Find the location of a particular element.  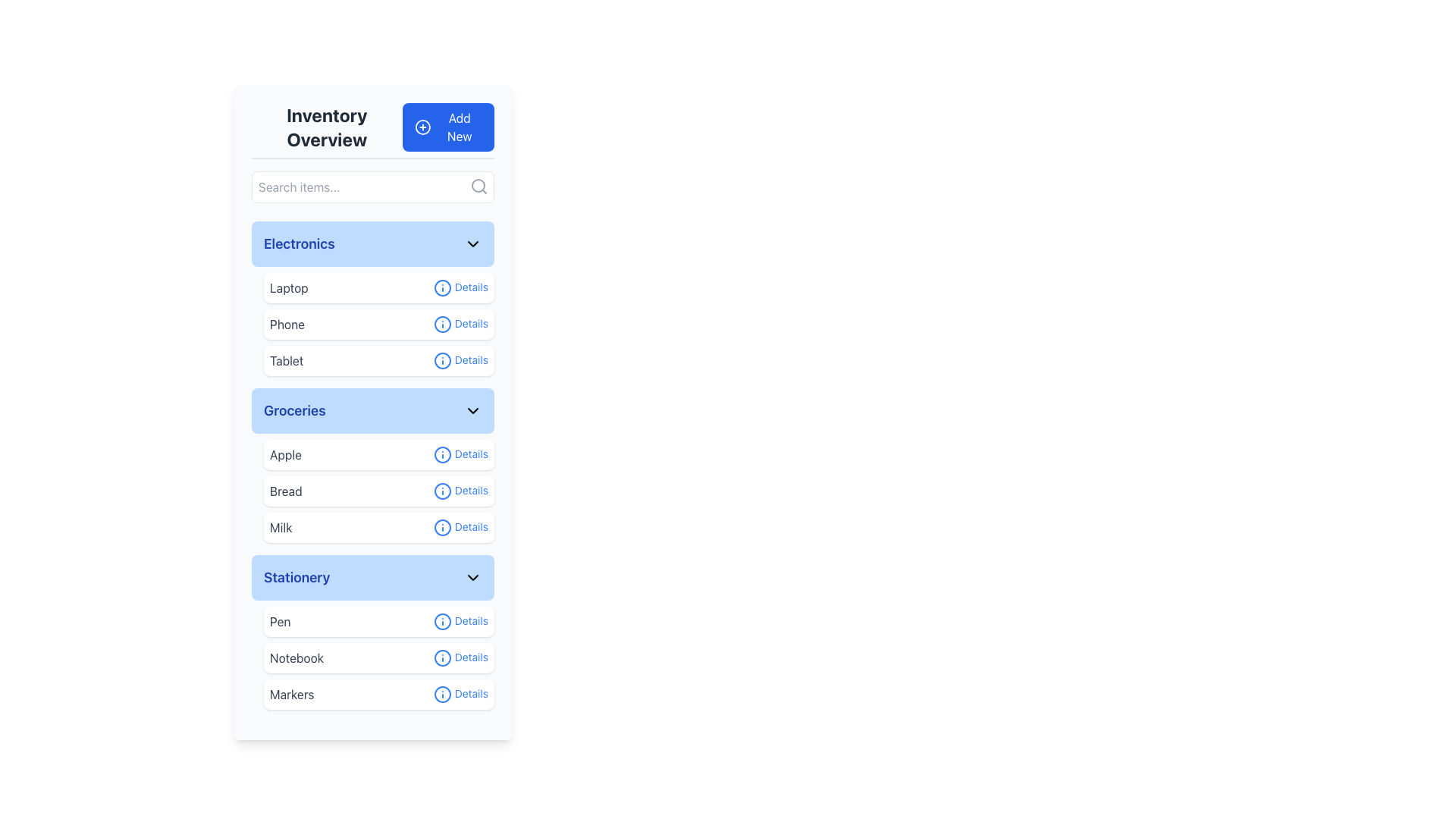

the graphical indicator circle element located to the right of the 'Bread' list item in the 'Groceries' section is located at coordinates (441, 491).